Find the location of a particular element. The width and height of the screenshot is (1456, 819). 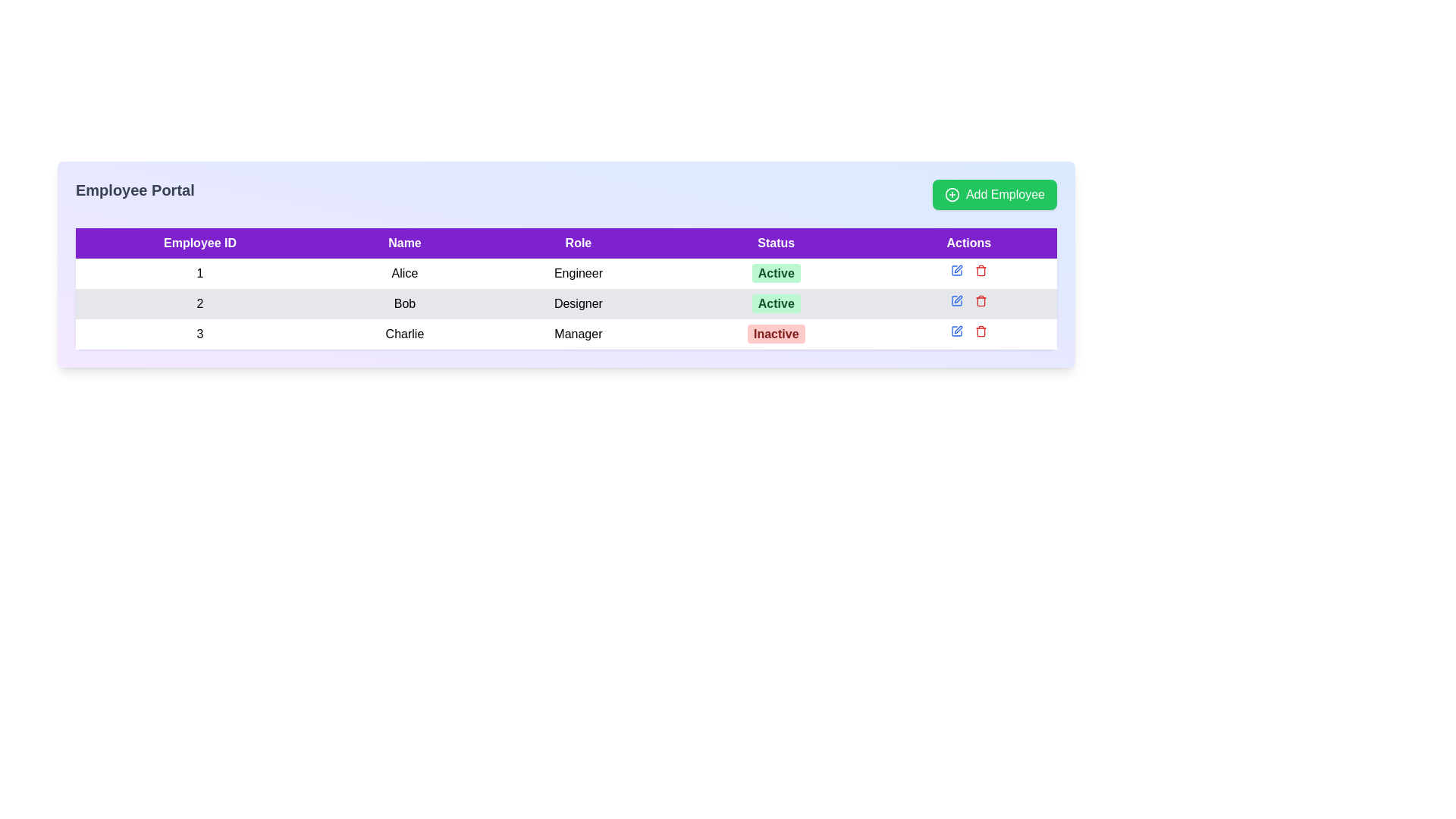

the purple rectangular row in the table header containing the column titles 'Employee ID', 'Name', 'Role', 'Status', and 'Actions' is located at coordinates (566, 242).